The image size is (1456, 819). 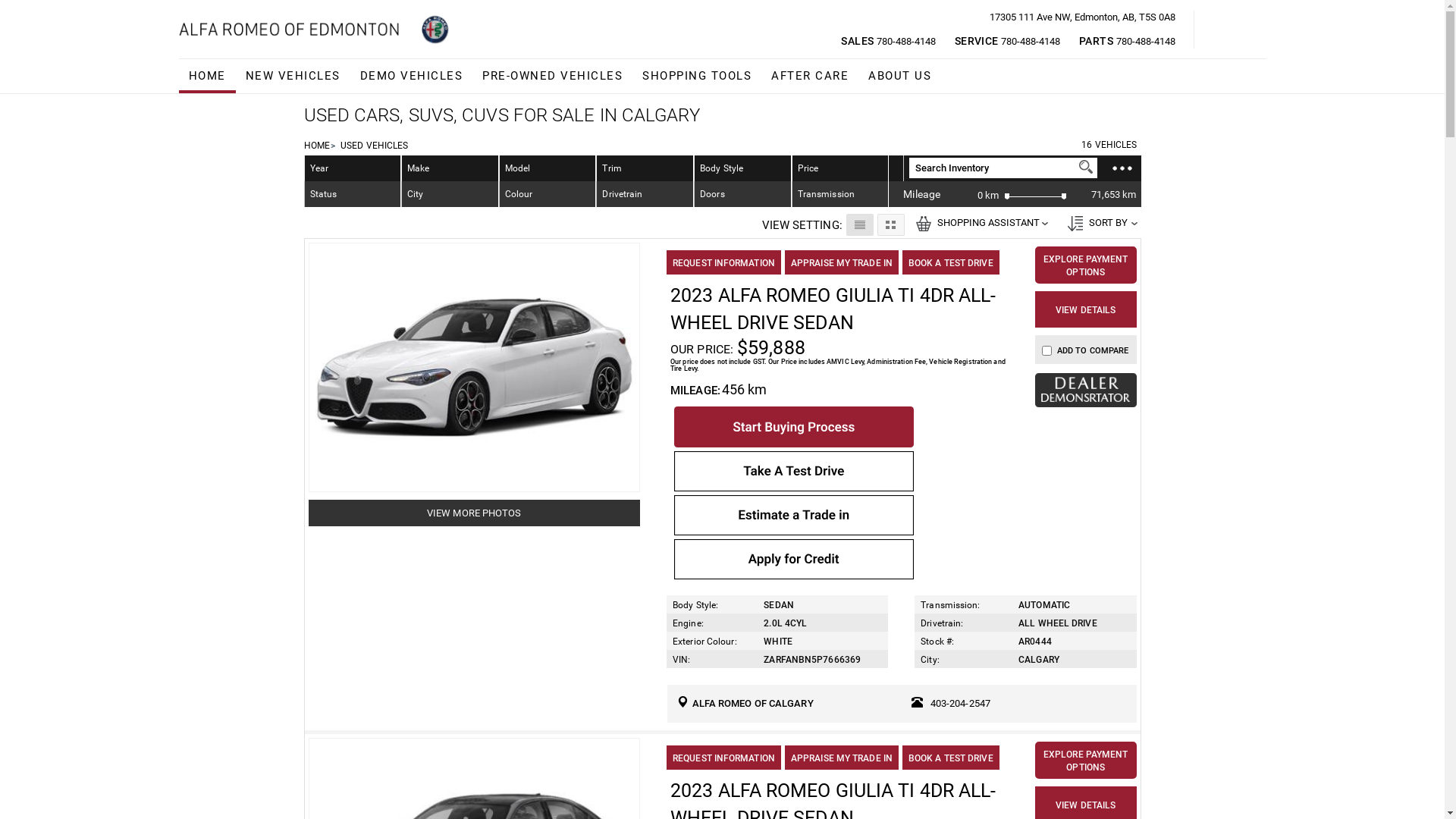 What do you see at coordinates (547, 193) in the screenshot?
I see `'Colour'` at bounding box center [547, 193].